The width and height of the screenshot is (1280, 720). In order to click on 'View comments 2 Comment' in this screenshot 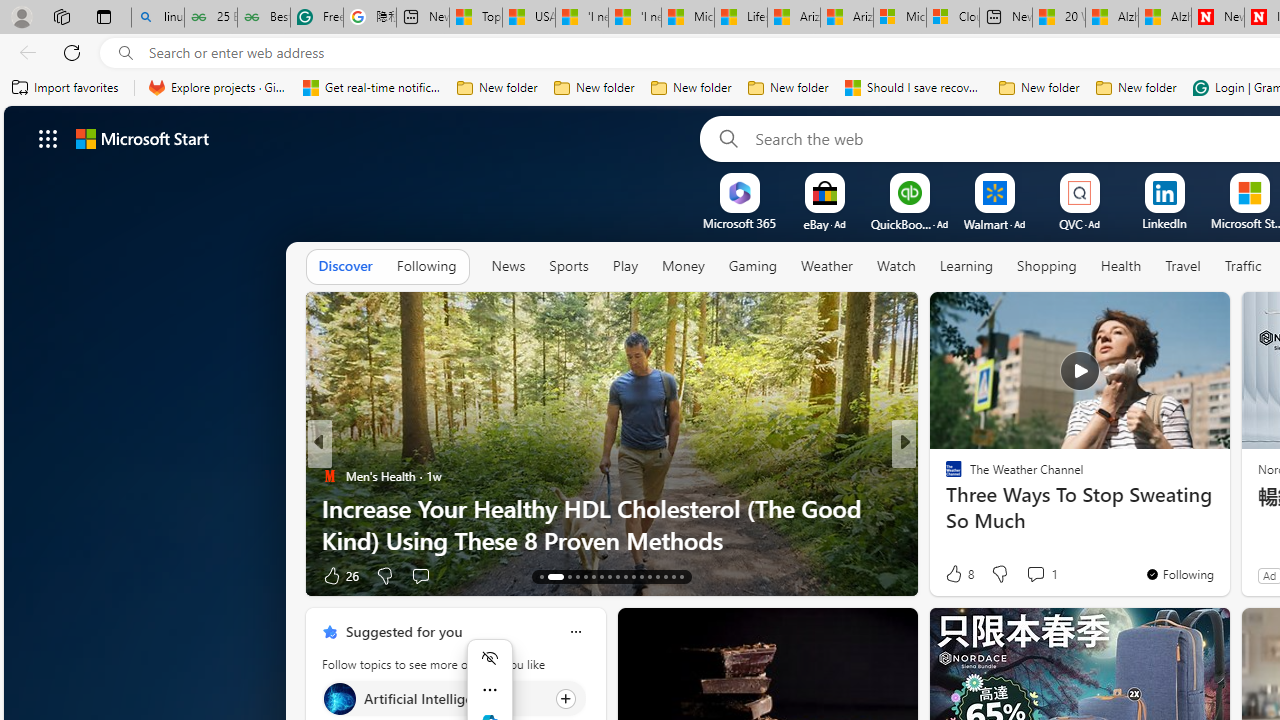, I will do `click(1035, 575)`.